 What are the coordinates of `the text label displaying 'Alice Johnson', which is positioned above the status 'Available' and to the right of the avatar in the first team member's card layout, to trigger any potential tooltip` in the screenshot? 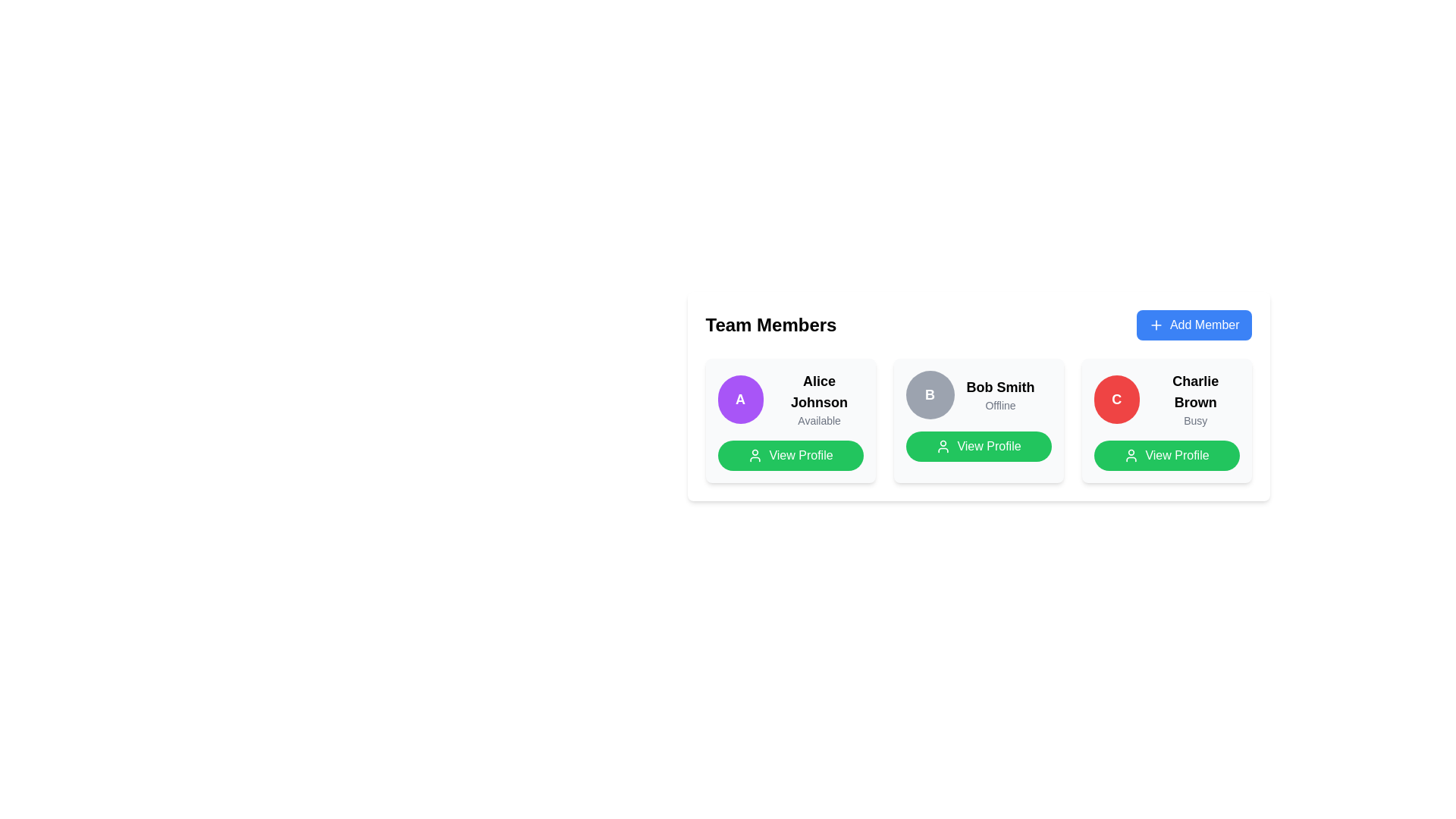 It's located at (818, 391).